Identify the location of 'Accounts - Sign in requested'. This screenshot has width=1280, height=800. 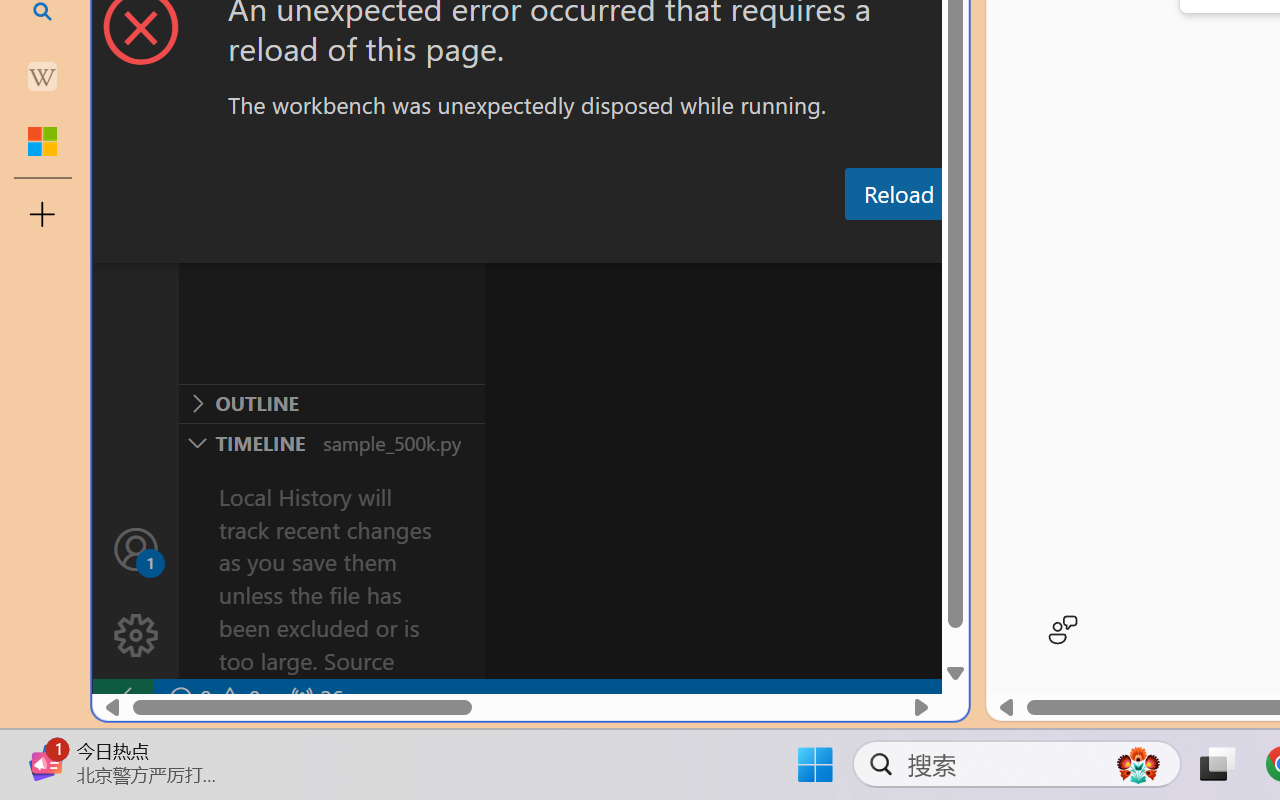
(134, 548).